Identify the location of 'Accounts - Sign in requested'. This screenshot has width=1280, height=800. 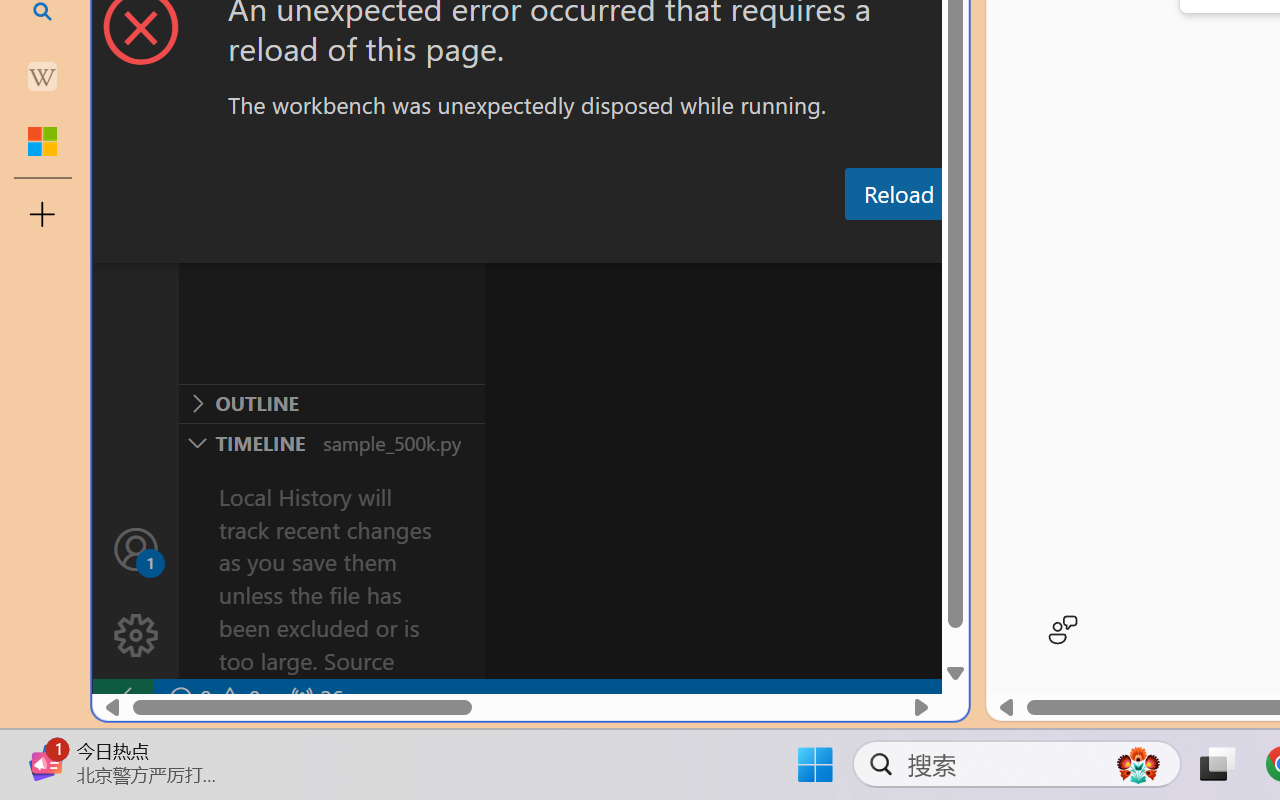
(134, 548).